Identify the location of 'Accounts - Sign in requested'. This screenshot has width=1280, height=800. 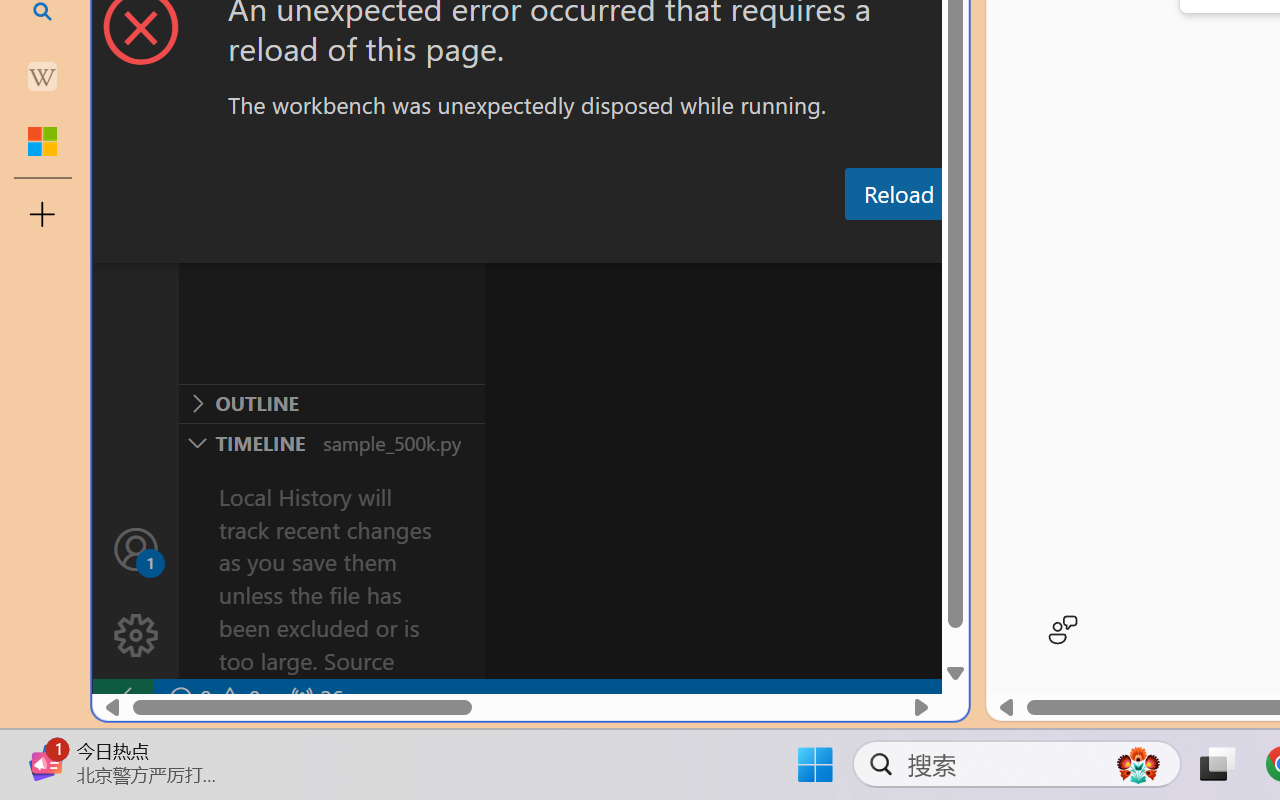
(134, 548).